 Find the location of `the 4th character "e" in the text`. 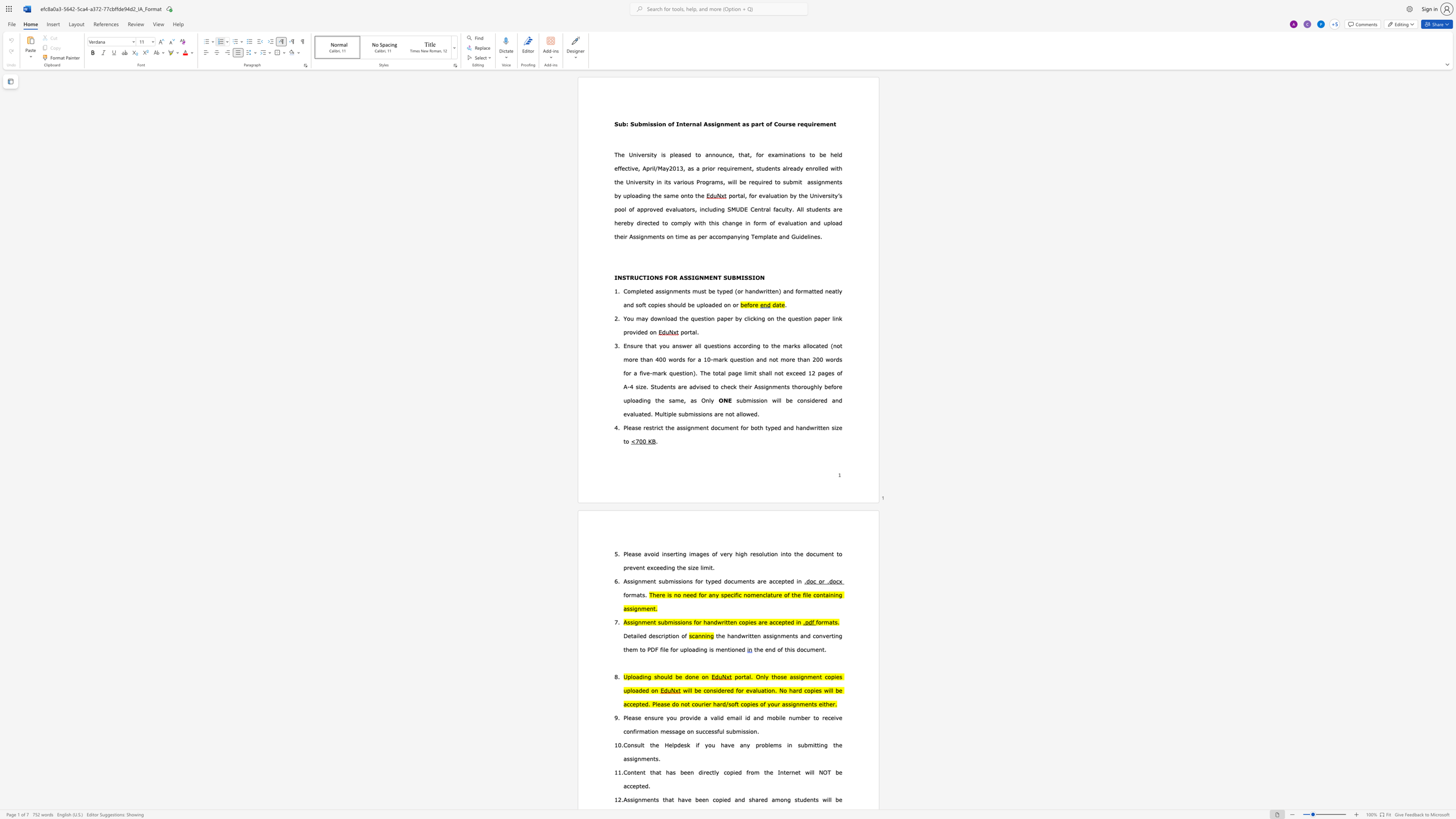

the 4th character "e" in the text is located at coordinates (661, 567).